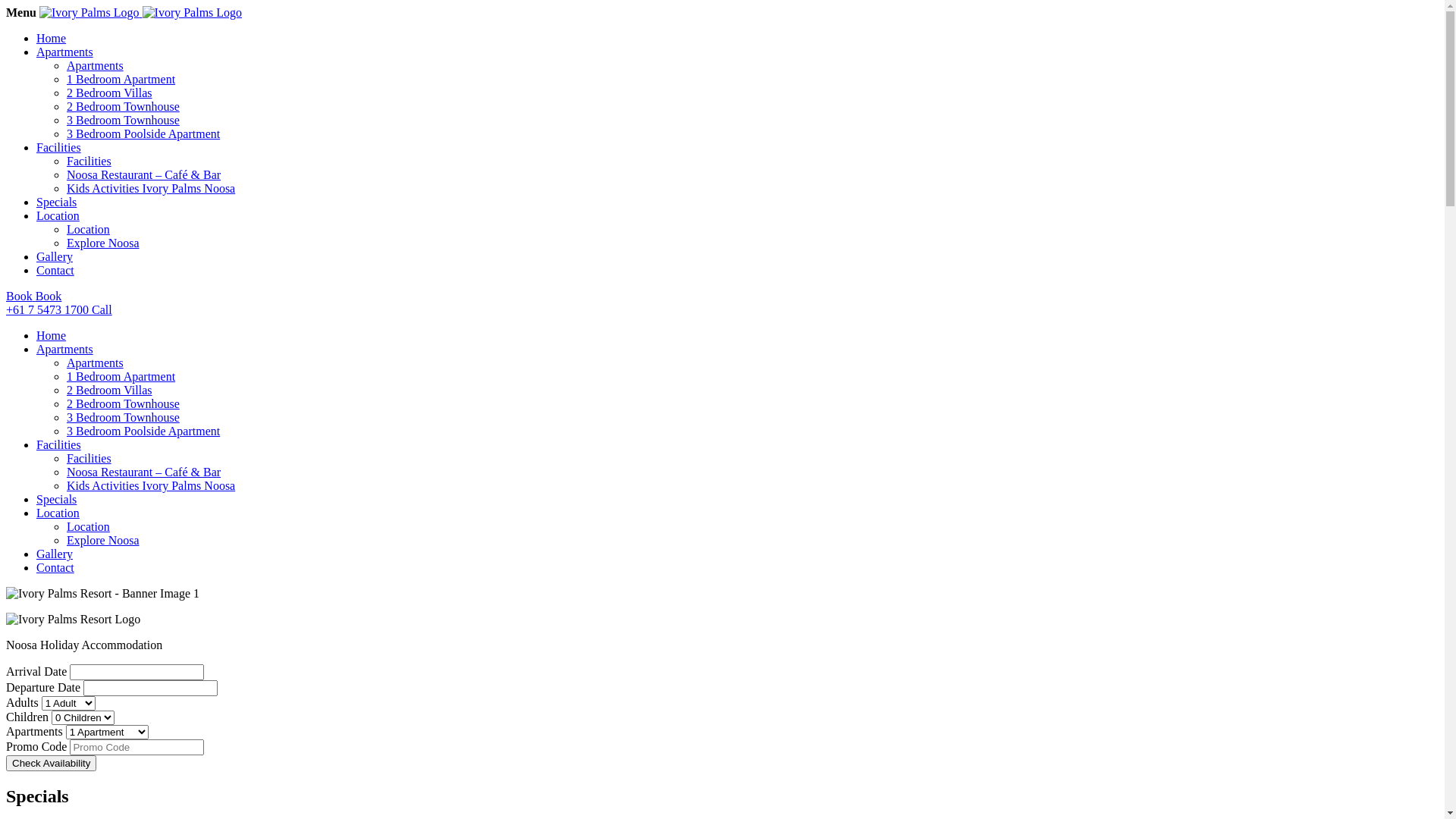  Describe the element at coordinates (55, 269) in the screenshot. I see `'Contact'` at that location.